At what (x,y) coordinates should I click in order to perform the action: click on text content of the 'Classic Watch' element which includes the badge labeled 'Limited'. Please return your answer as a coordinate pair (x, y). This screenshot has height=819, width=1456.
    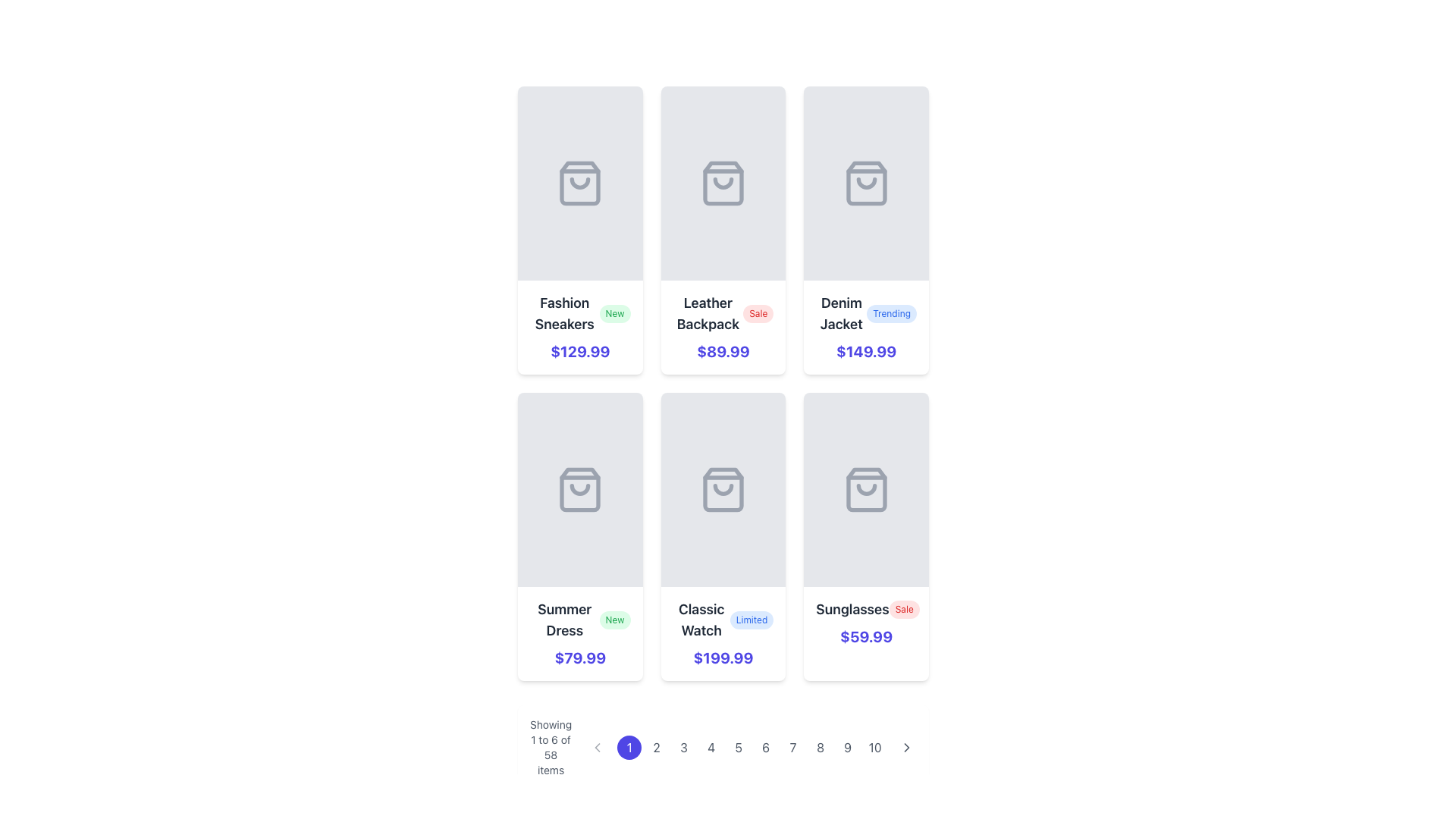
    Looking at the image, I should click on (723, 620).